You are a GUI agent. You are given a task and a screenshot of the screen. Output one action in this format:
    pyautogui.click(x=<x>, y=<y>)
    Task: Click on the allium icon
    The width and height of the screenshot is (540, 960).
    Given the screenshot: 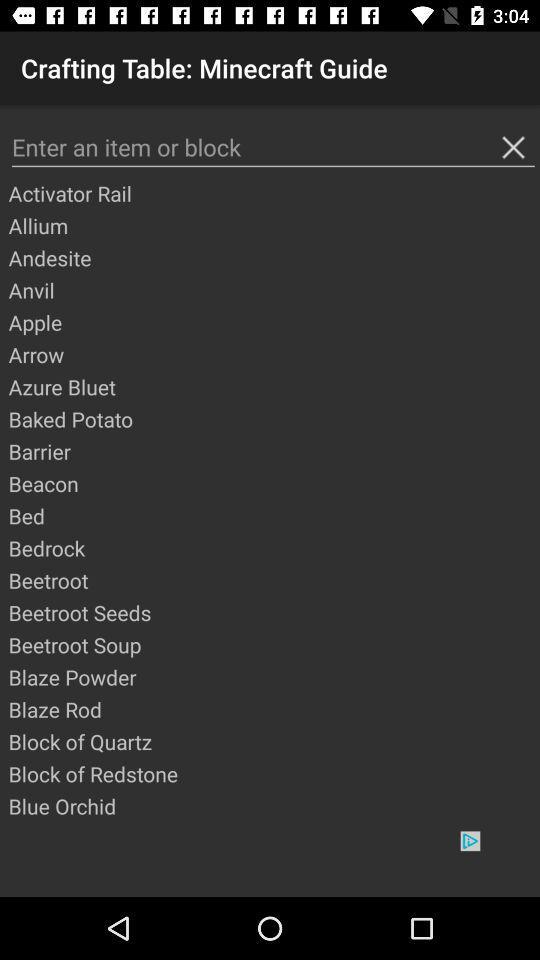 What is the action you would take?
    pyautogui.click(x=272, y=225)
    